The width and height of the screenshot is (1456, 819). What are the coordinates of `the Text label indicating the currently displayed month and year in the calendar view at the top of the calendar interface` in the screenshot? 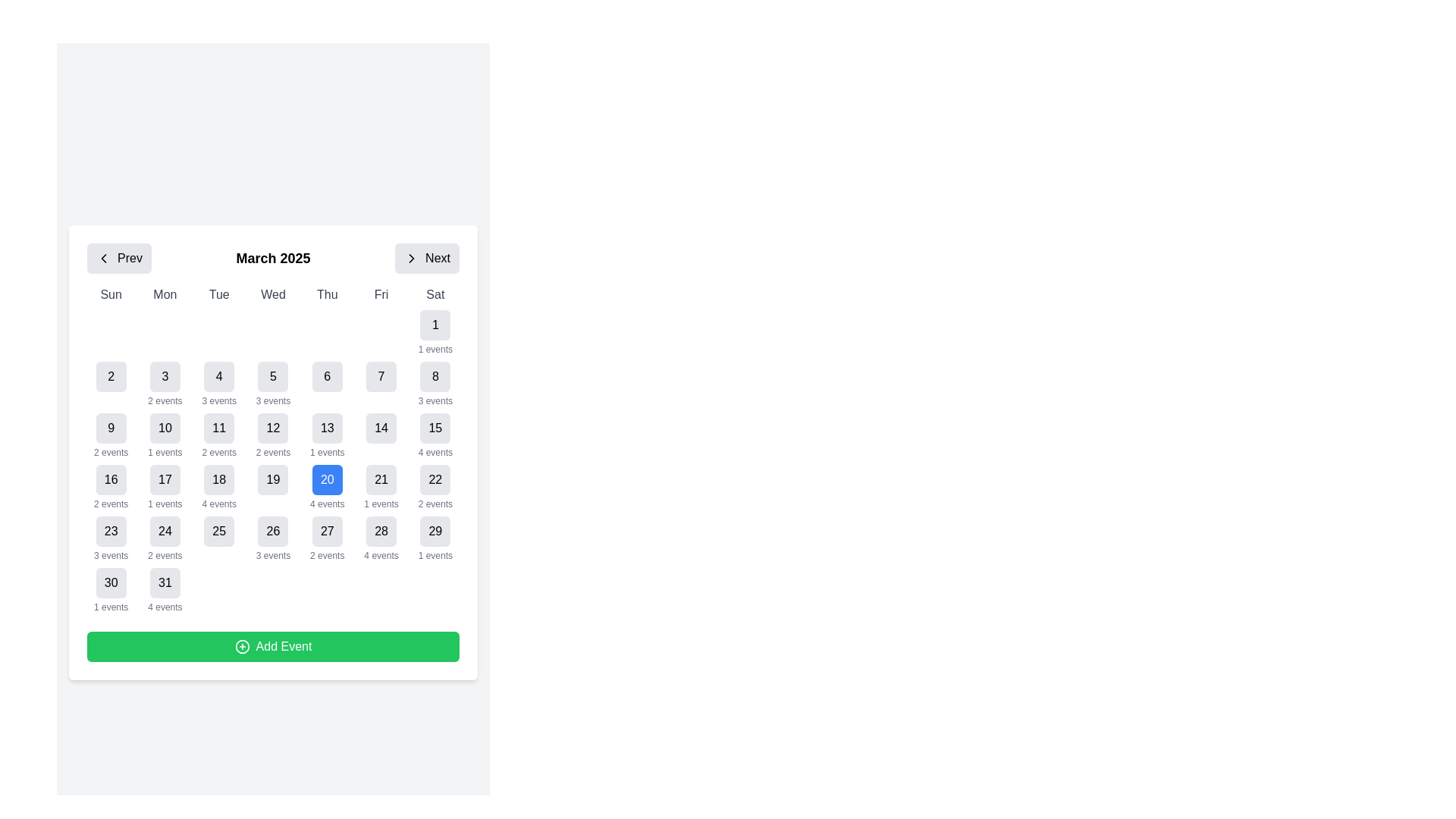 It's located at (273, 257).